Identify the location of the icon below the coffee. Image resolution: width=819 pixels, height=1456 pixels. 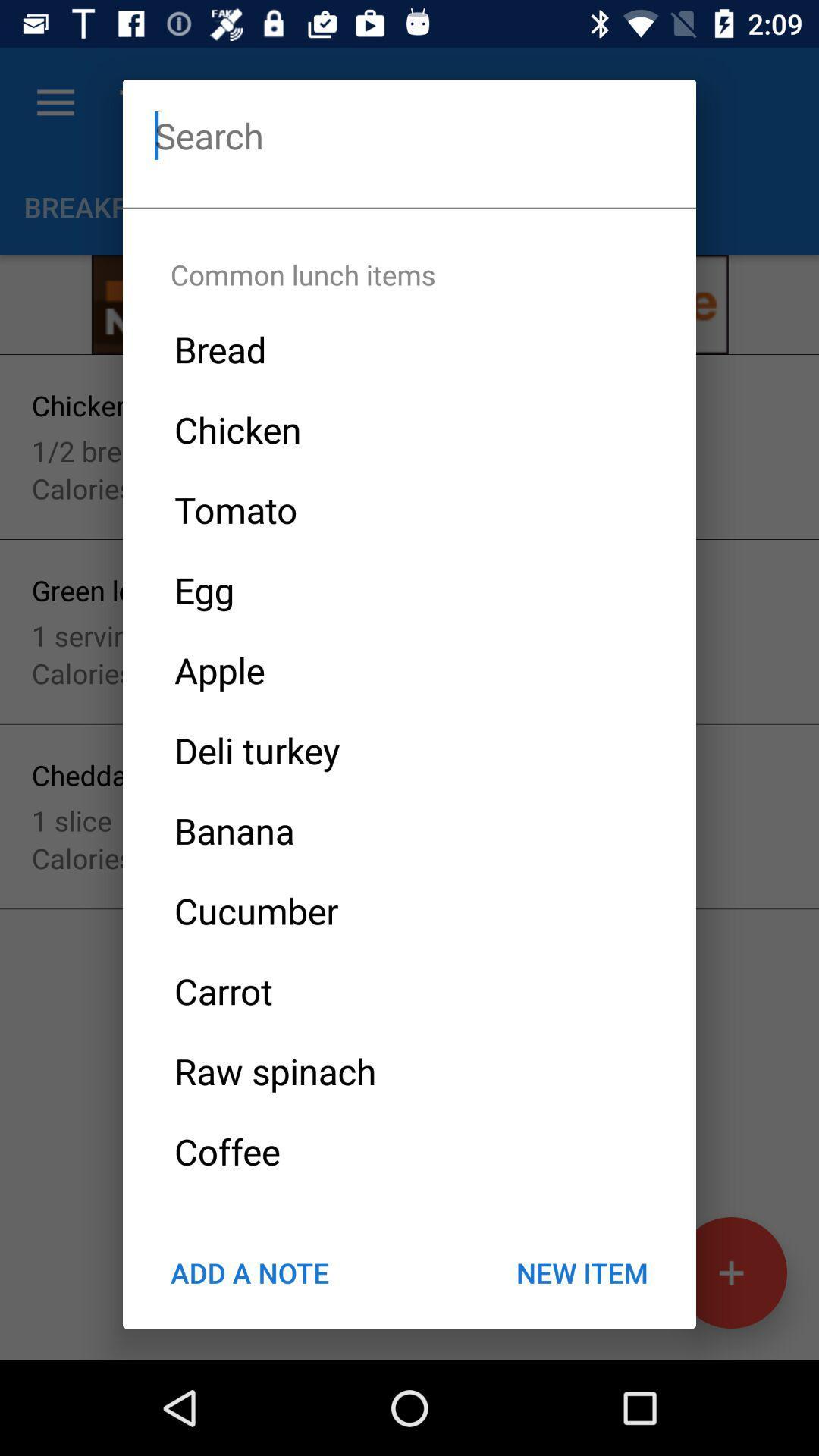
(249, 1272).